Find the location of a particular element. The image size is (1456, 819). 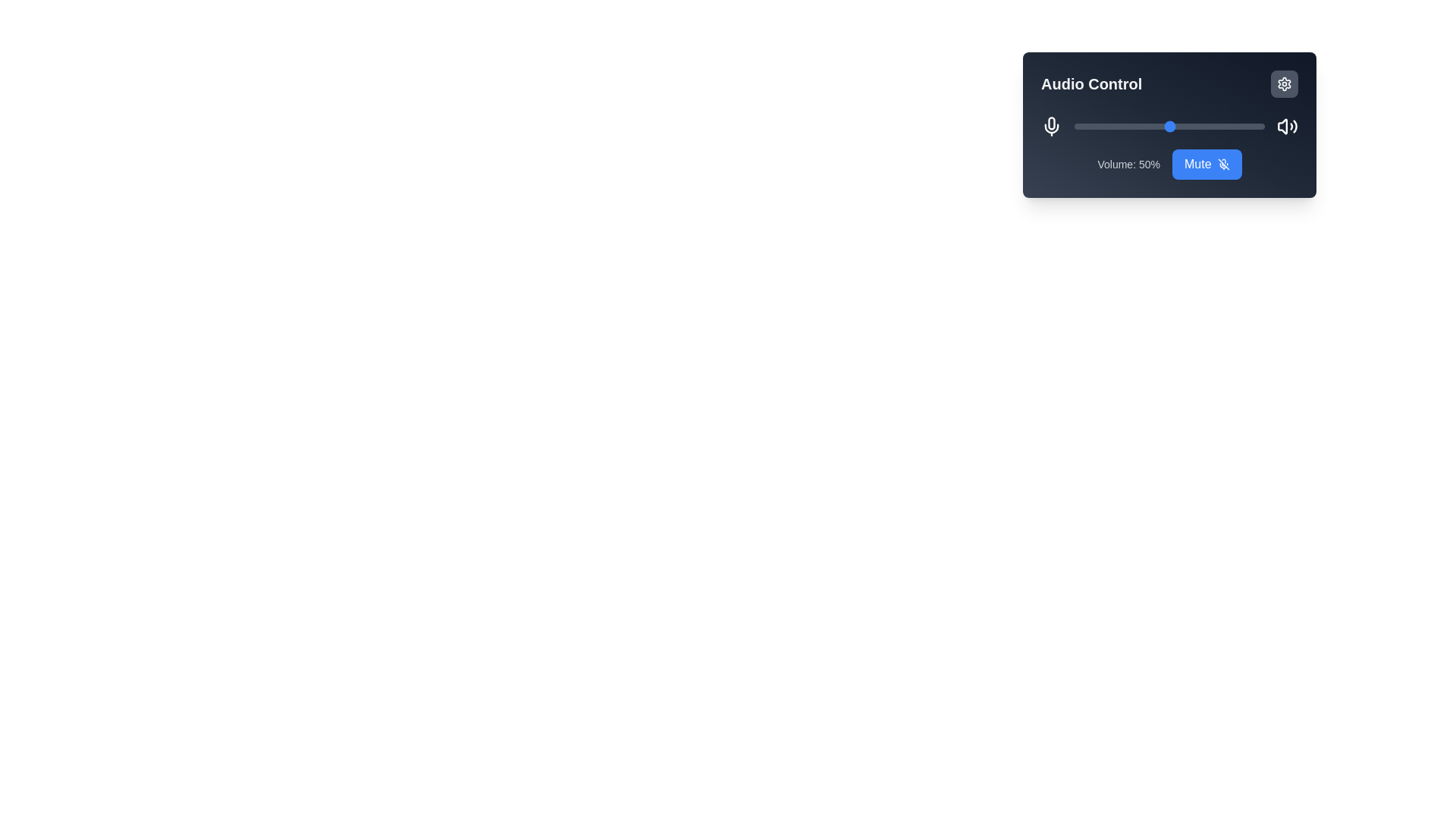

the audio volume is located at coordinates (1153, 125).